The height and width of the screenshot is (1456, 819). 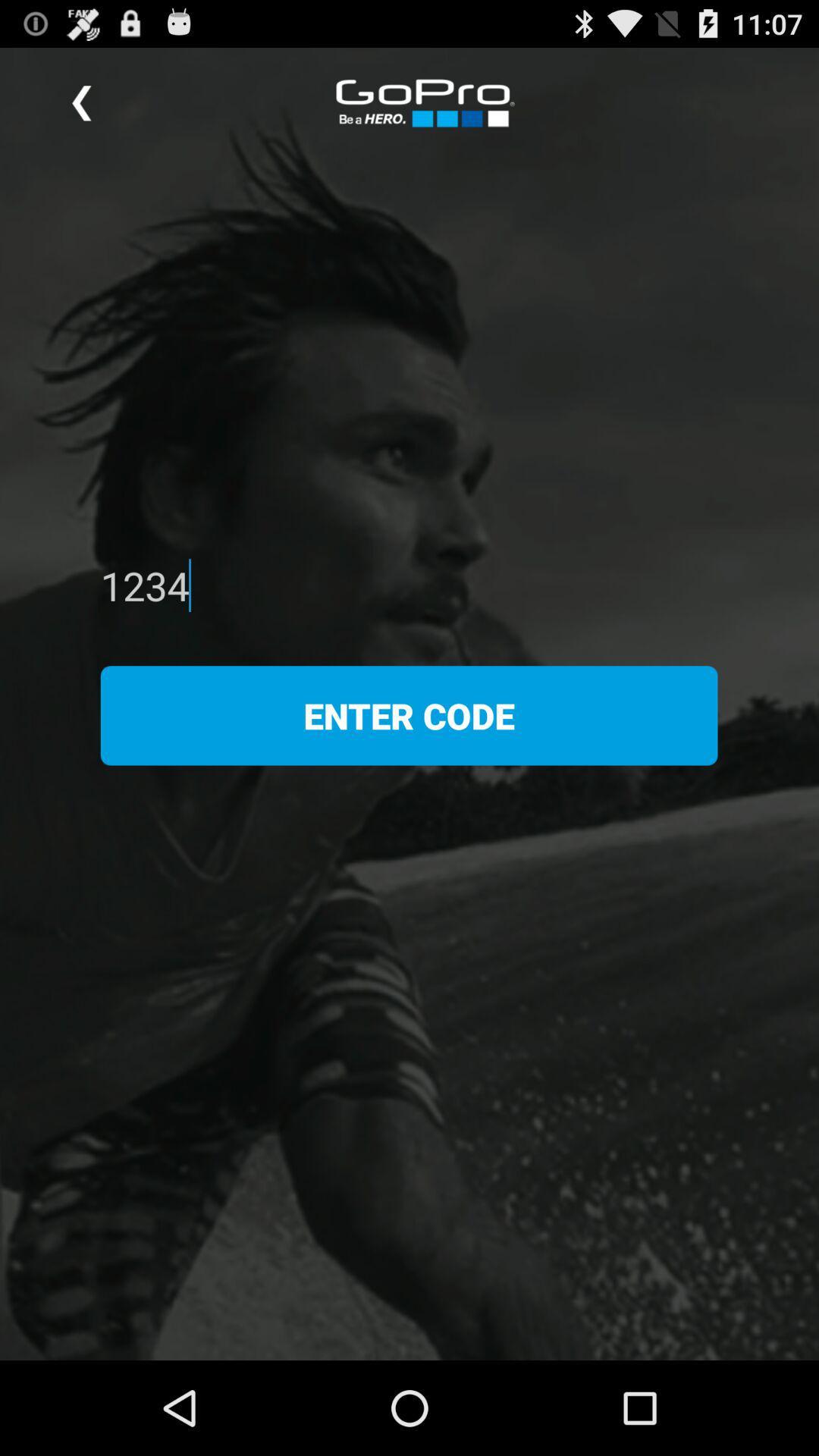 I want to click on go back, so click(x=81, y=102).